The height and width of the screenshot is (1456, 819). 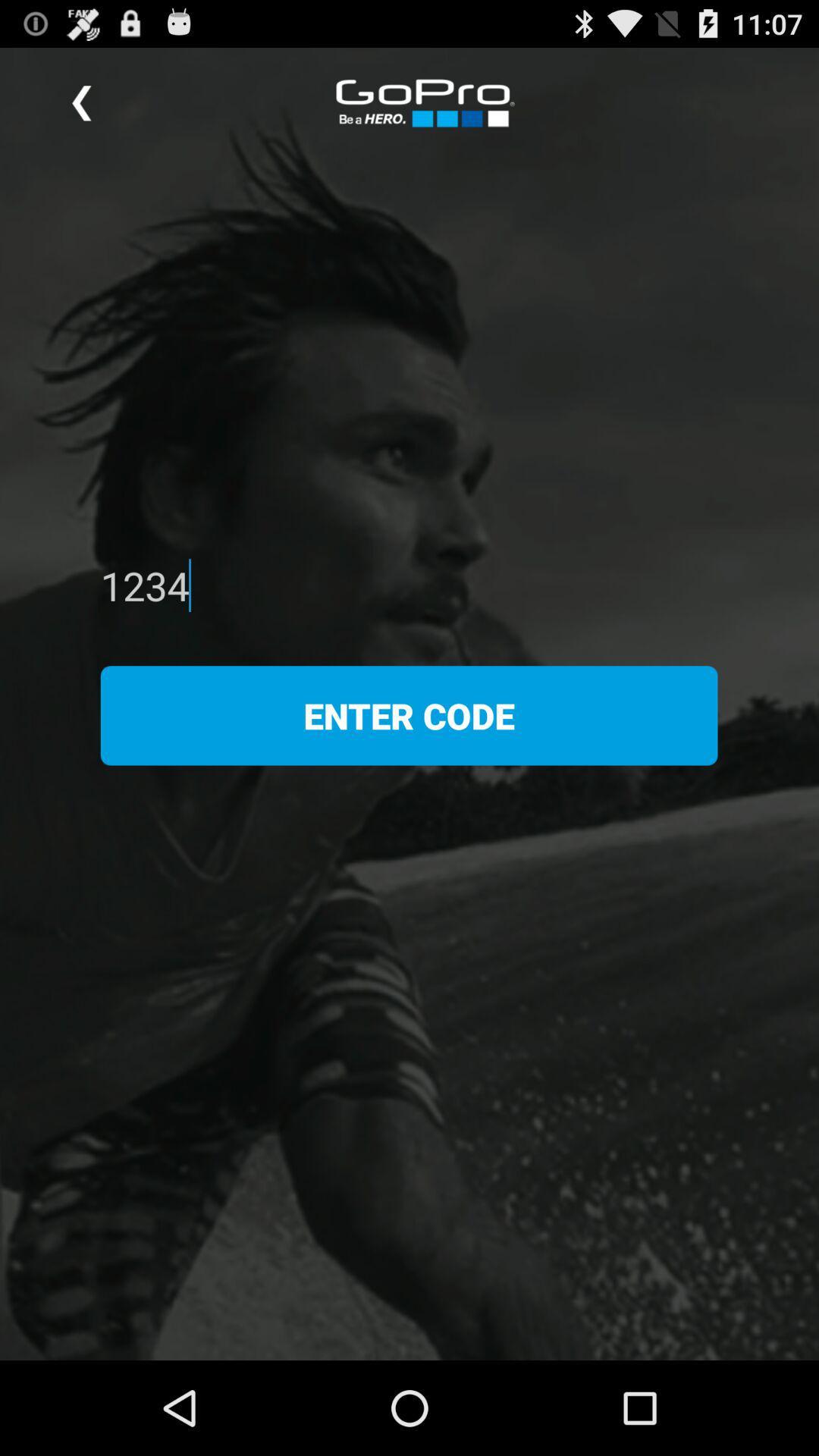 I want to click on go back, so click(x=81, y=102).